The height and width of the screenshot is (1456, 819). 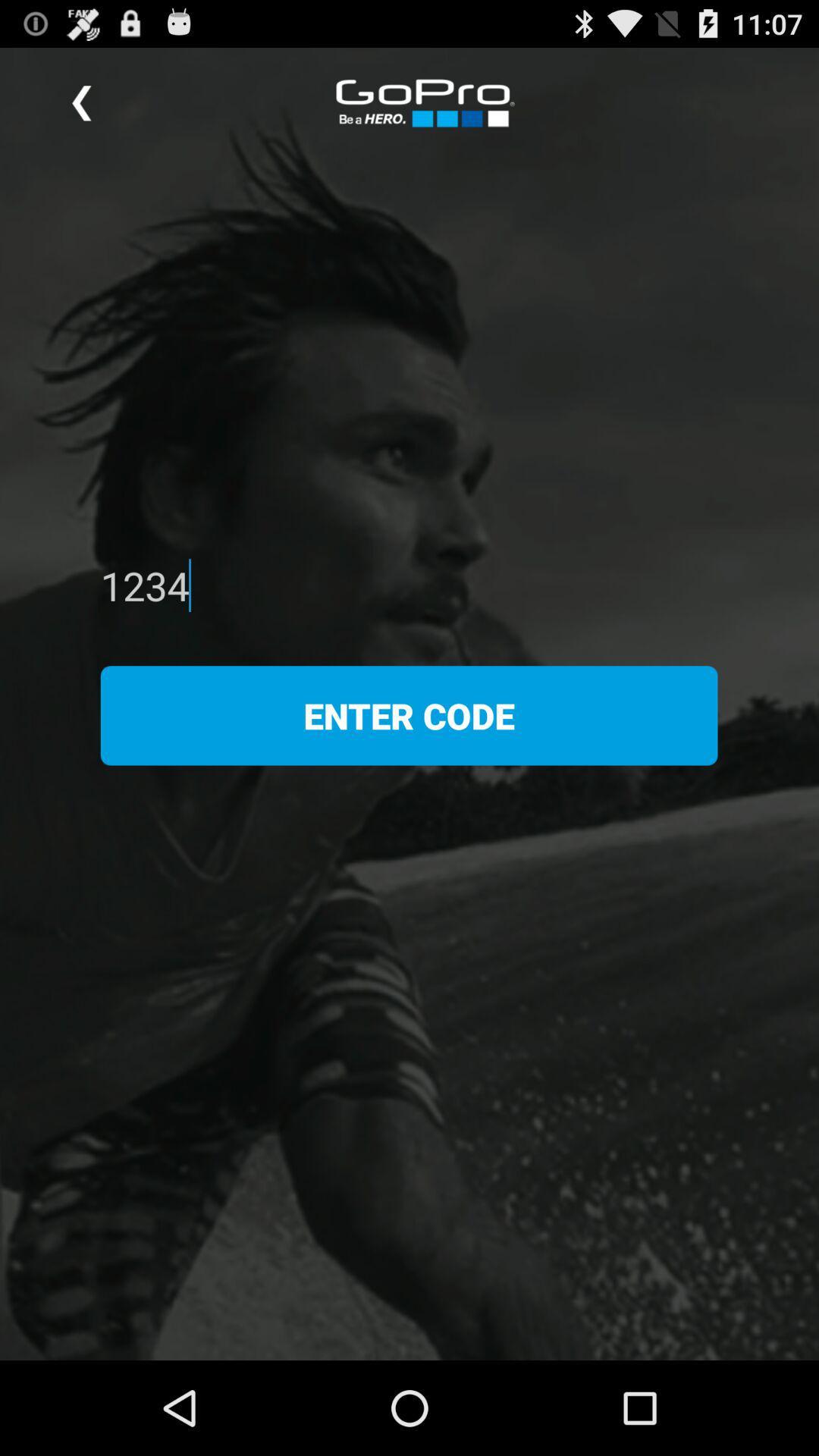 I want to click on go back, so click(x=81, y=102).